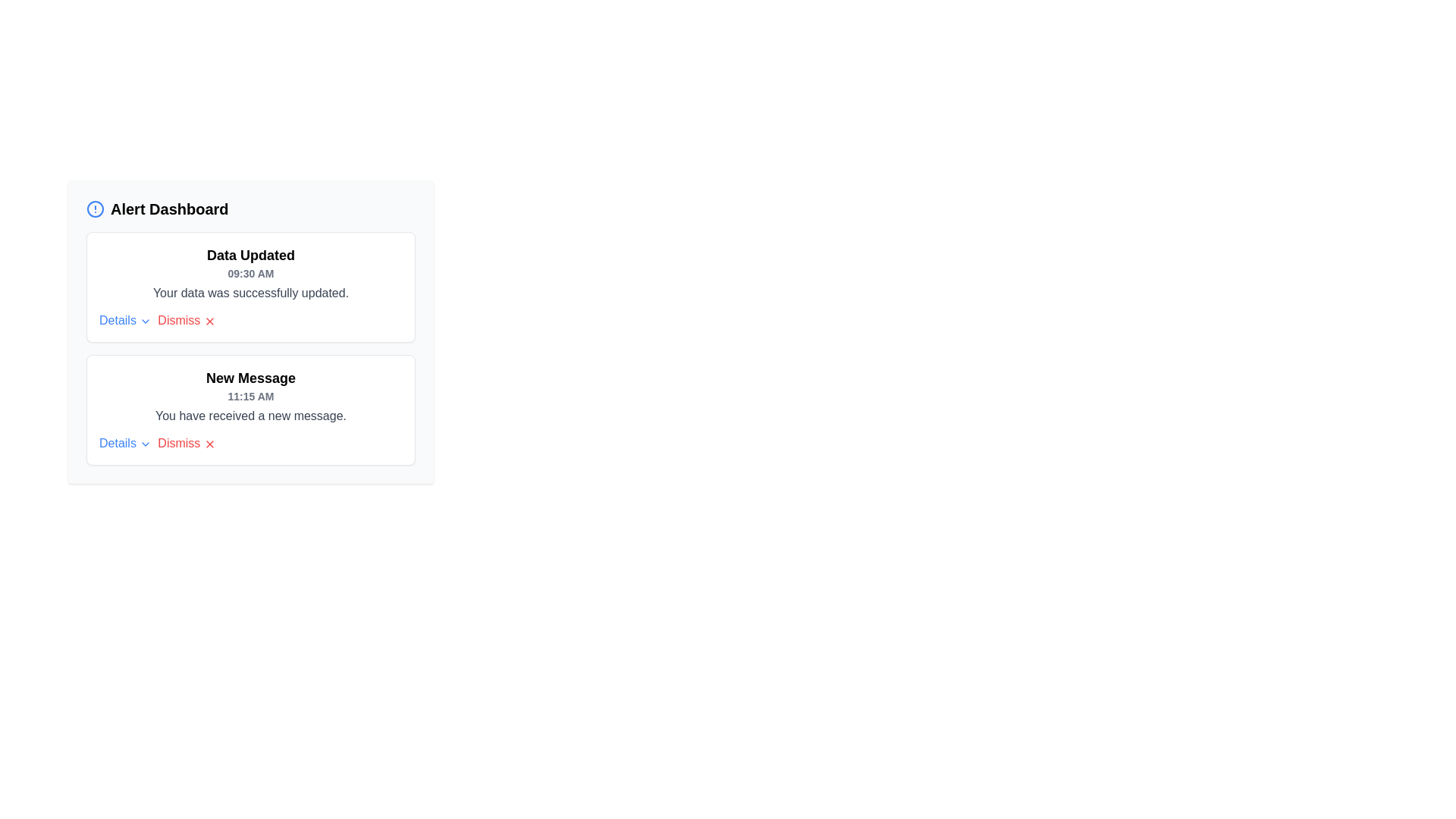  What do you see at coordinates (186, 444) in the screenshot?
I see `the 'Dismiss' text link, which is styled in red and located next to a cross icon` at bounding box center [186, 444].